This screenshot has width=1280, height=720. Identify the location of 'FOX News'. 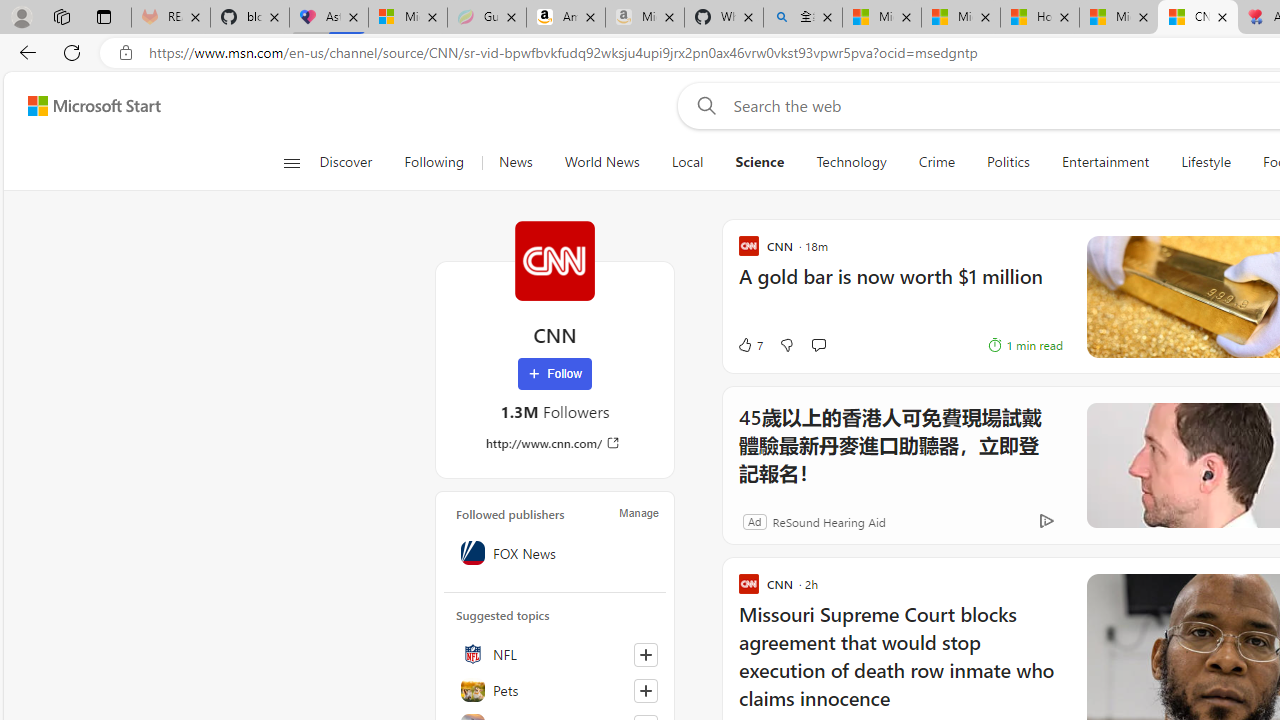
(555, 552).